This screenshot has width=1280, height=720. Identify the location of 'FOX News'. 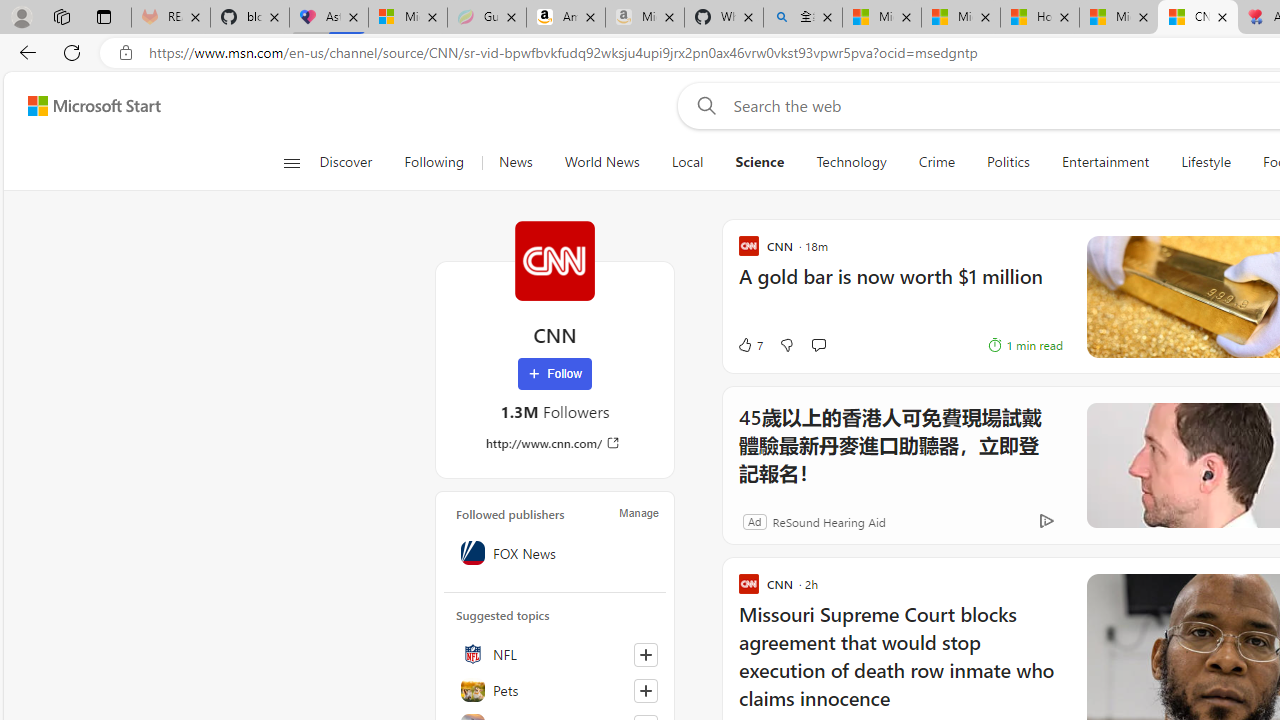
(555, 552).